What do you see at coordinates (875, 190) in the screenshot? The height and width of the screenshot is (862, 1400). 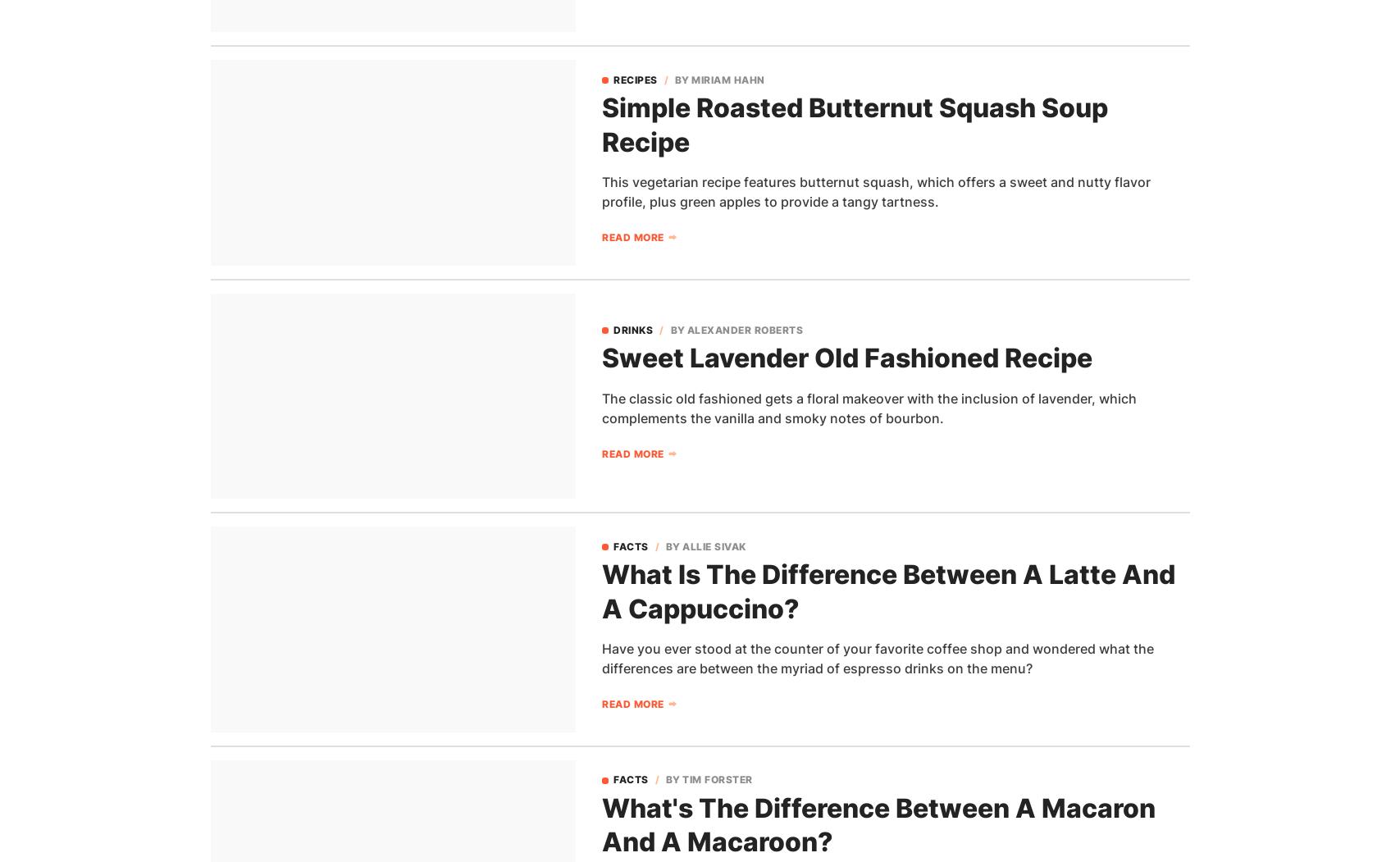 I see `'This vegetarian recipe features butternut squash, which offers a sweet and nutty flavor profile, plus green apples to provide a tangy tartness.'` at bounding box center [875, 190].